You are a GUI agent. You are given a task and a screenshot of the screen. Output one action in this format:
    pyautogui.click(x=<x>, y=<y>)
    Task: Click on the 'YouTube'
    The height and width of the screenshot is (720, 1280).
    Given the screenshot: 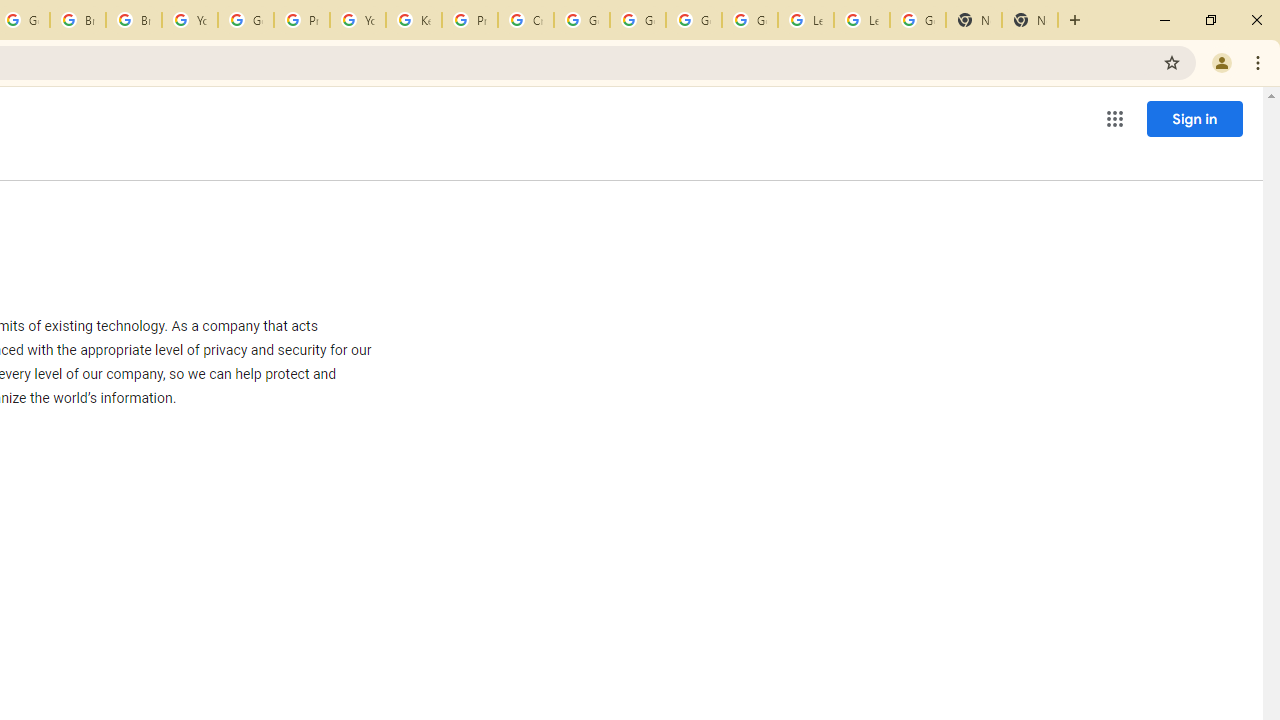 What is the action you would take?
    pyautogui.click(x=358, y=20)
    